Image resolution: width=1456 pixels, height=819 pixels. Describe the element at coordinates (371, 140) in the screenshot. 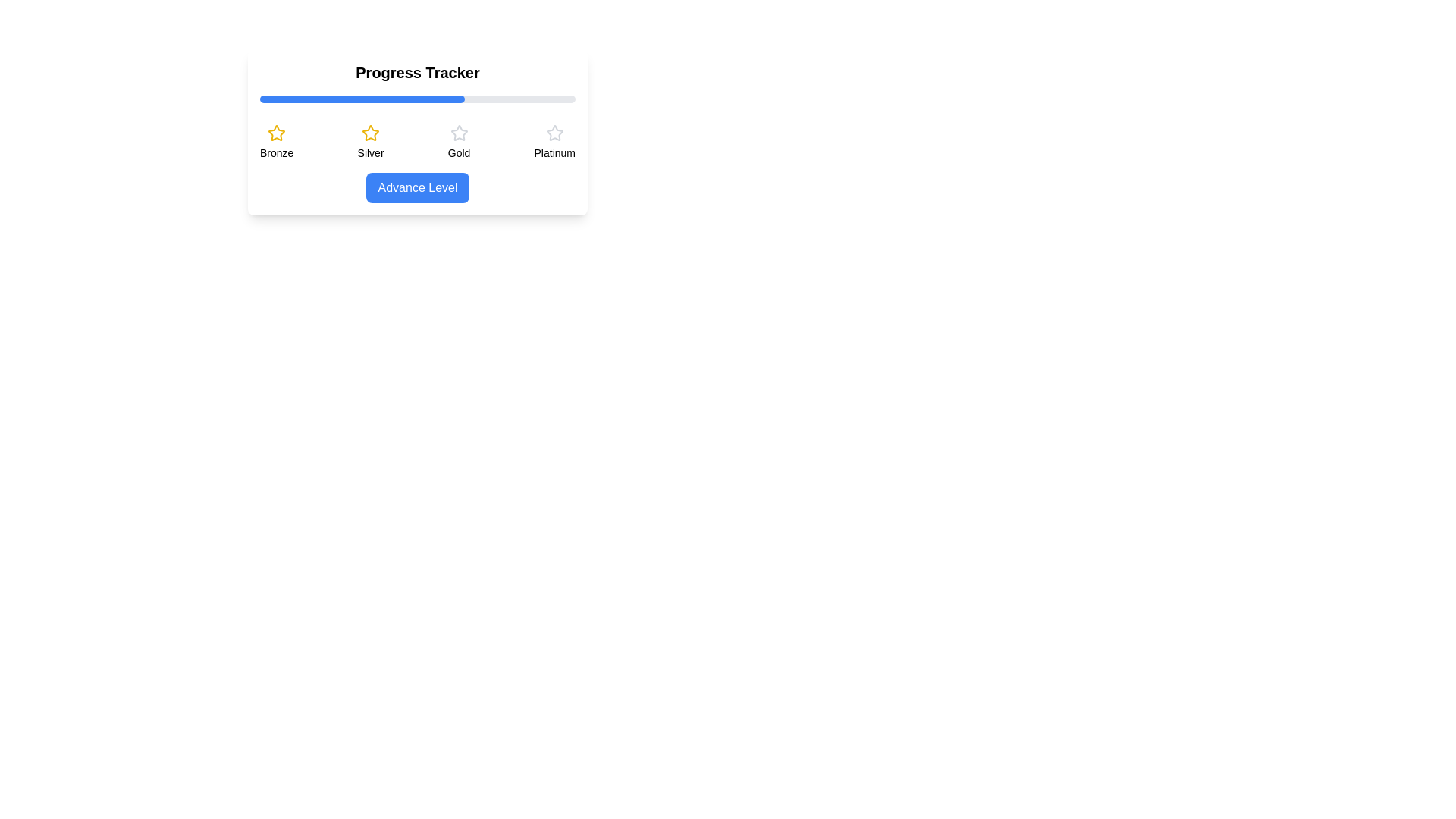

I see `the informational display item featuring a yellow star icon and the text 'Silver', which is the second element in a group of four, located below the progress indicator bar` at that location.